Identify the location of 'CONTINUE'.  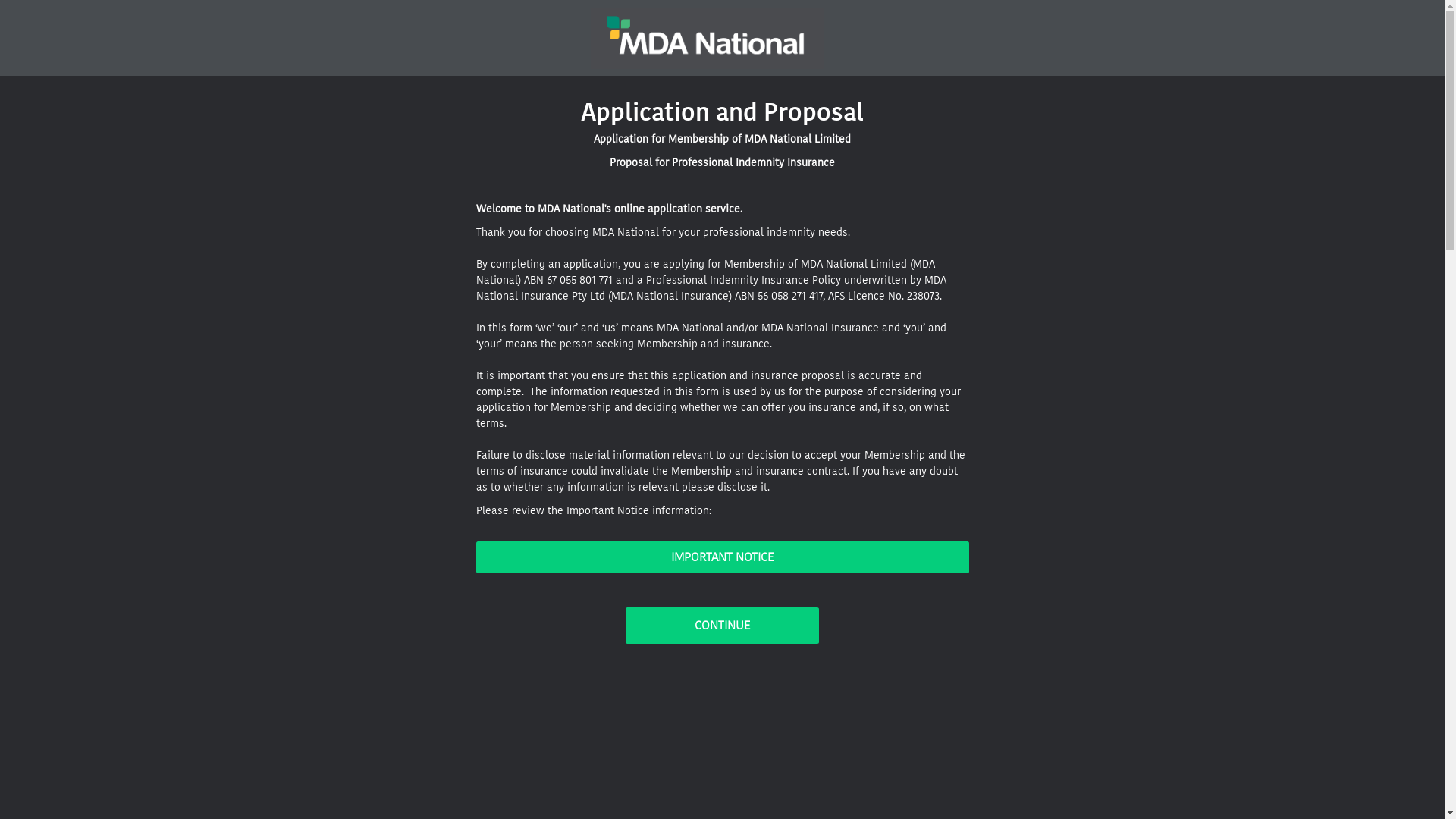
(721, 626).